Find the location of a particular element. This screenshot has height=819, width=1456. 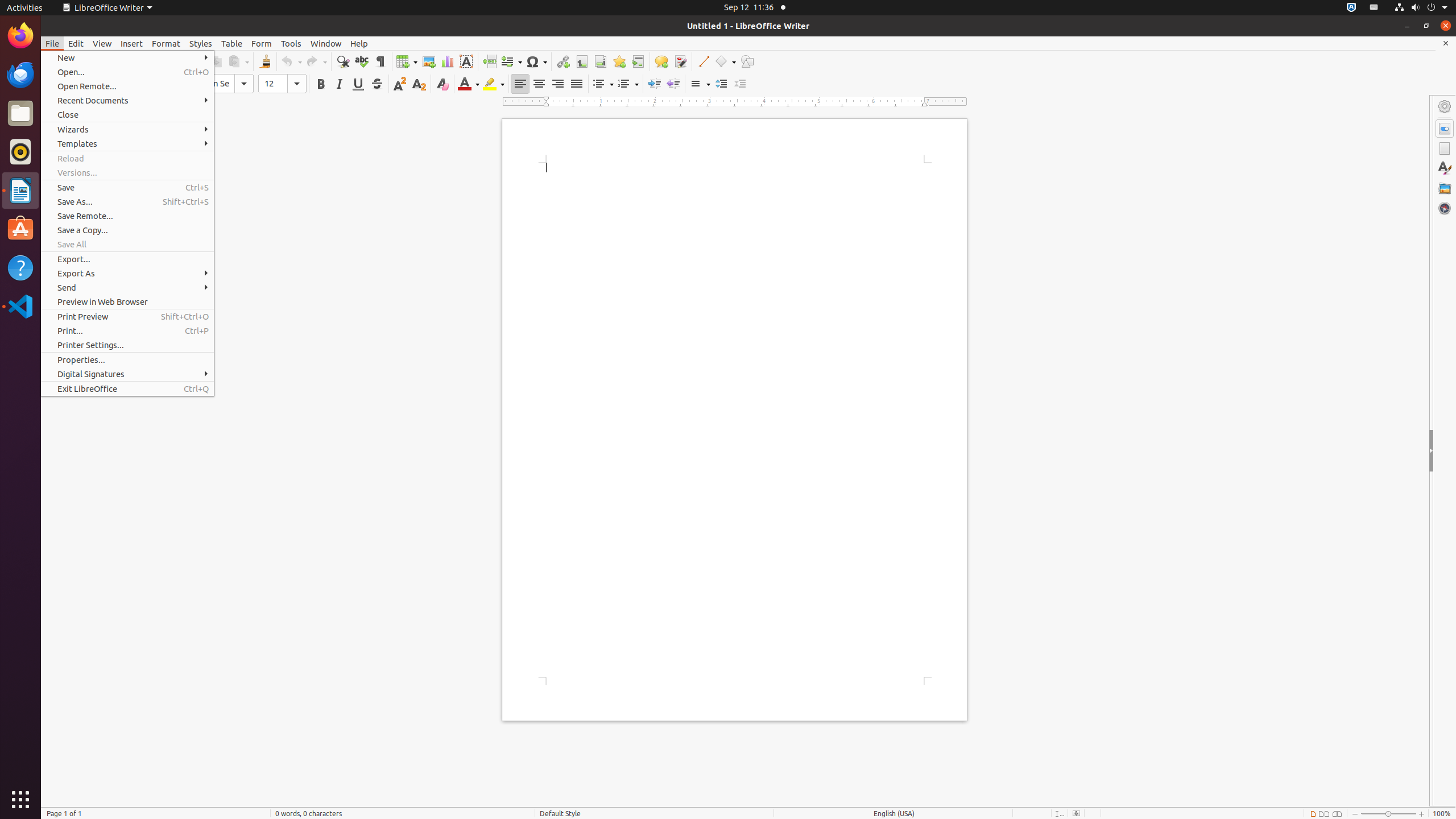

'Redo' is located at coordinates (316, 61).